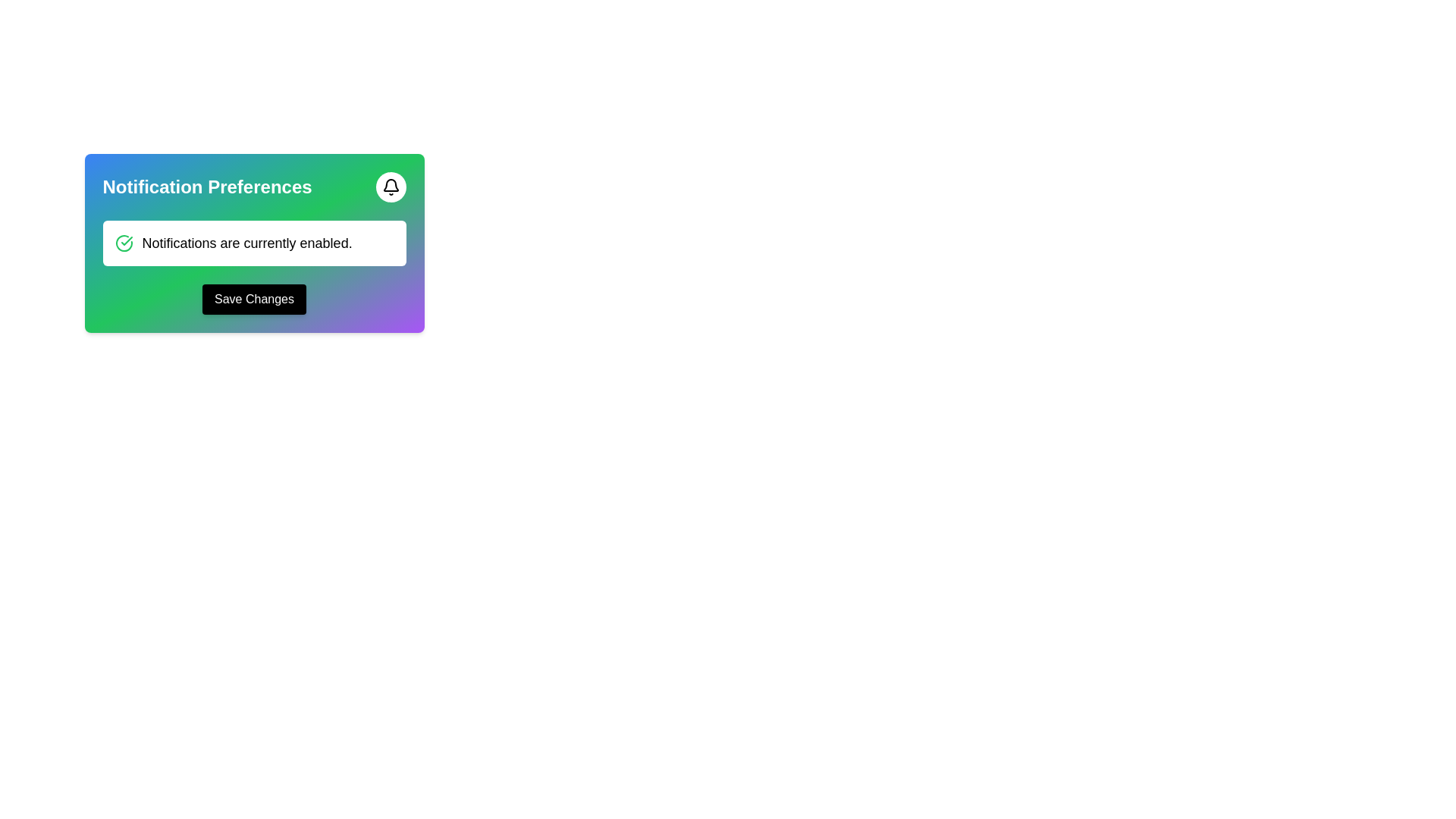 The height and width of the screenshot is (819, 1456). What do you see at coordinates (124, 242) in the screenshot?
I see `the checkmark circle icon indicating that notifications are enabled, which is located to the left of the text 'Notifications are currently enabled.'` at bounding box center [124, 242].